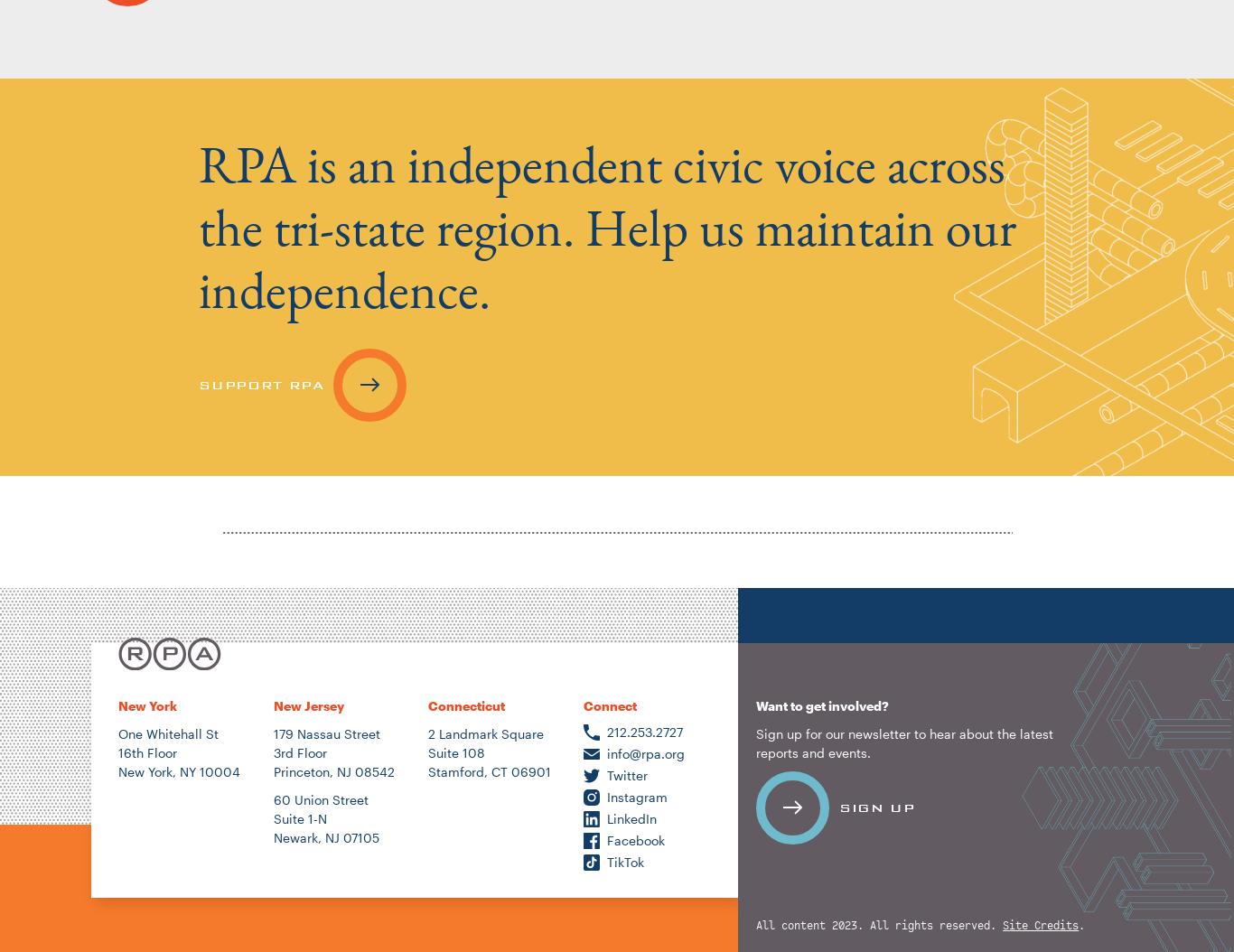  What do you see at coordinates (307, 705) in the screenshot?
I see `'New Jersey'` at bounding box center [307, 705].